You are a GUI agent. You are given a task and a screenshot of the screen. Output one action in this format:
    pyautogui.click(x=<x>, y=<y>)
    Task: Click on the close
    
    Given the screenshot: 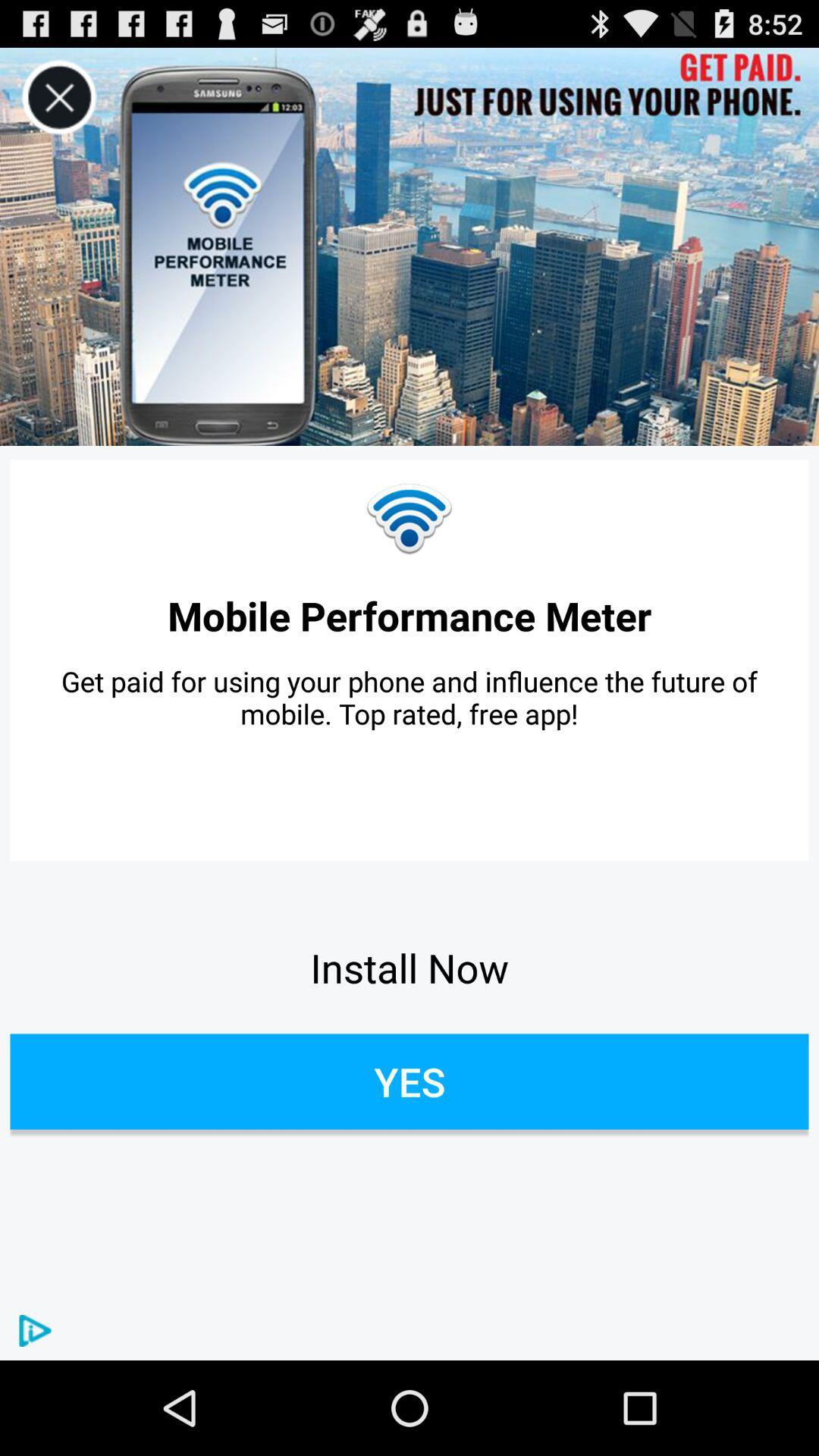 What is the action you would take?
    pyautogui.click(x=58, y=97)
    